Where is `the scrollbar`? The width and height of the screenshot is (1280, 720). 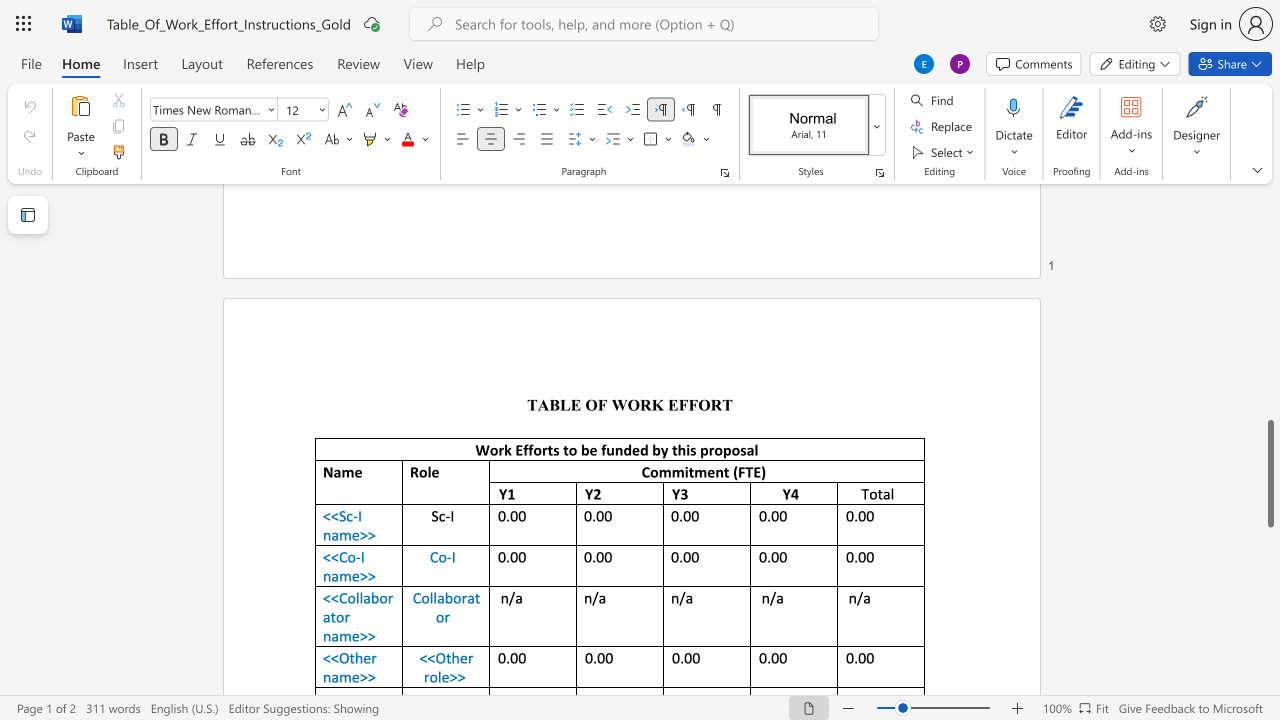
the scrollbar is located at coordinates (1269, 370).